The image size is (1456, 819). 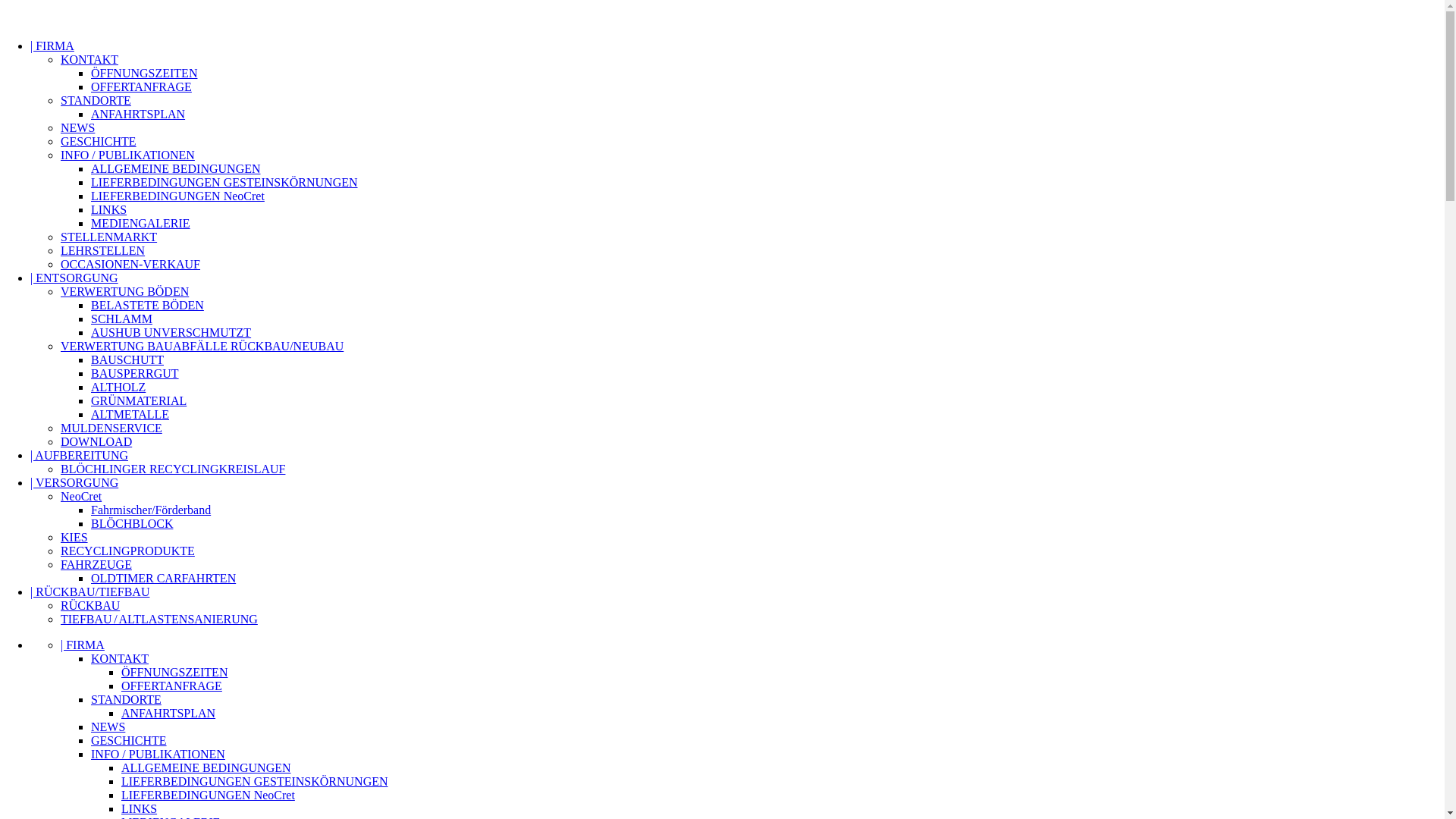 I want to click on 'KIES', so click(x=73, y=536).